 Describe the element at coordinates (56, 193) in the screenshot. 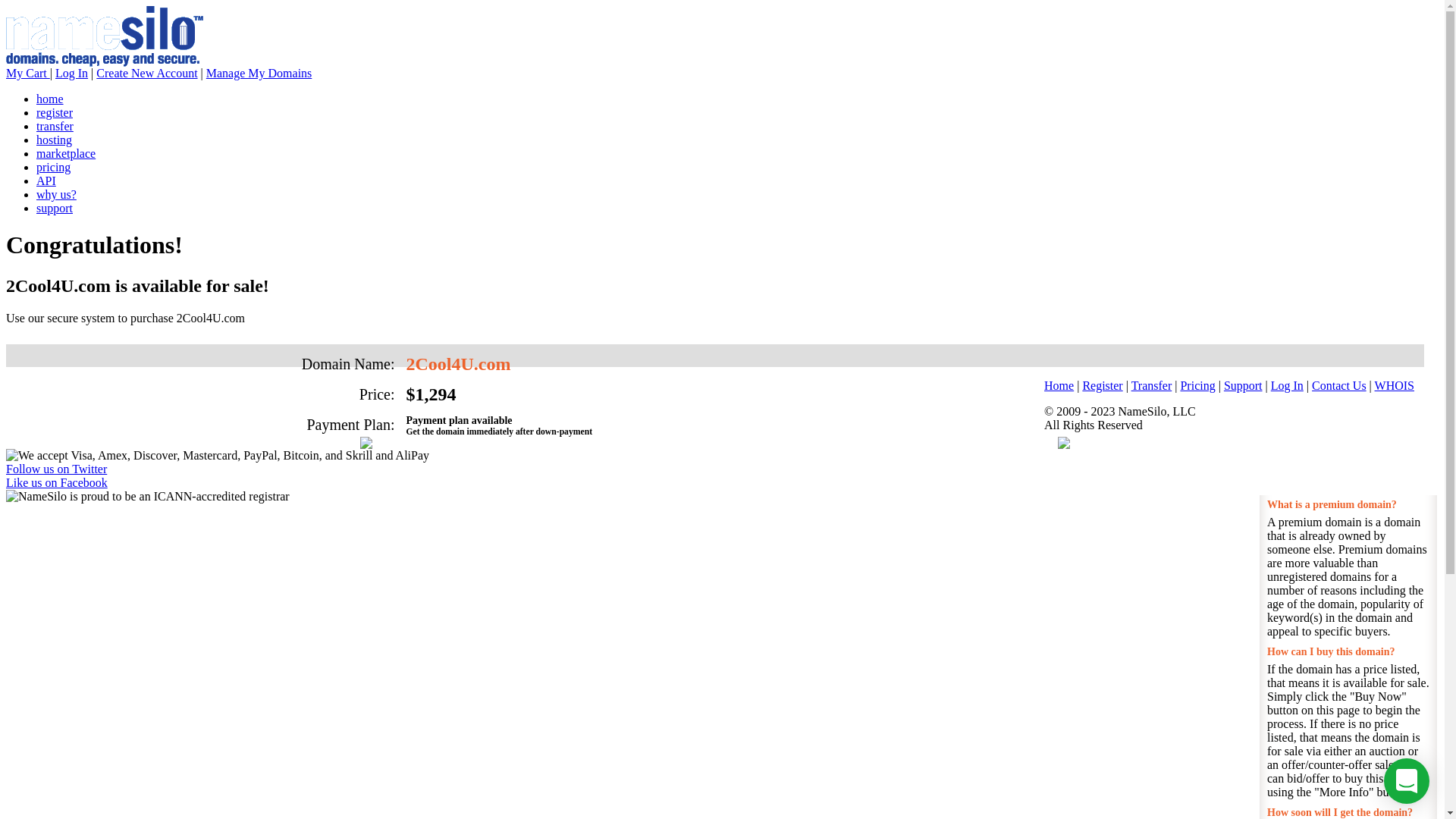

I see `'why us?'` at that location.